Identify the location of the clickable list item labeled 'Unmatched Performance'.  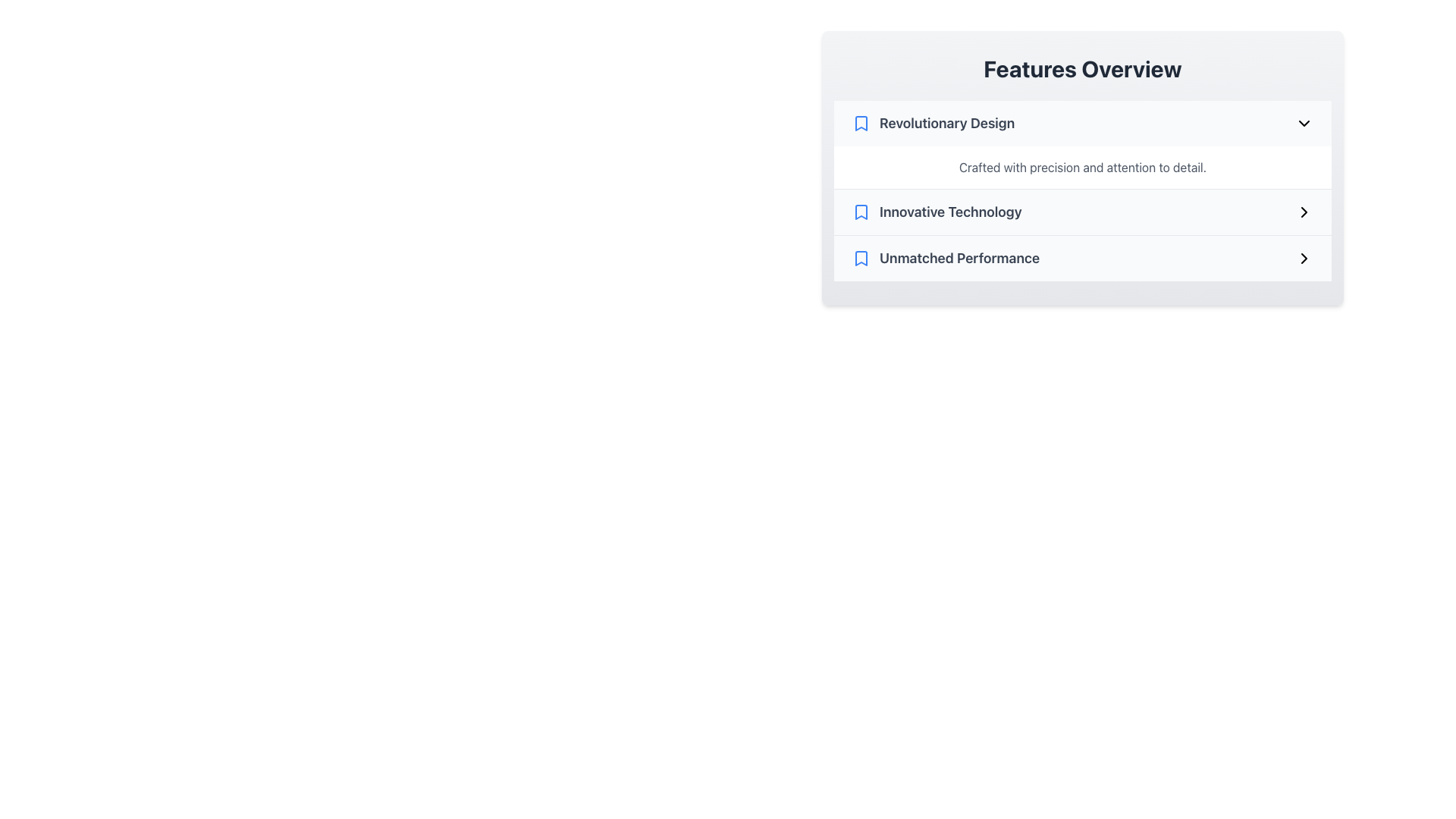
(945, 257).